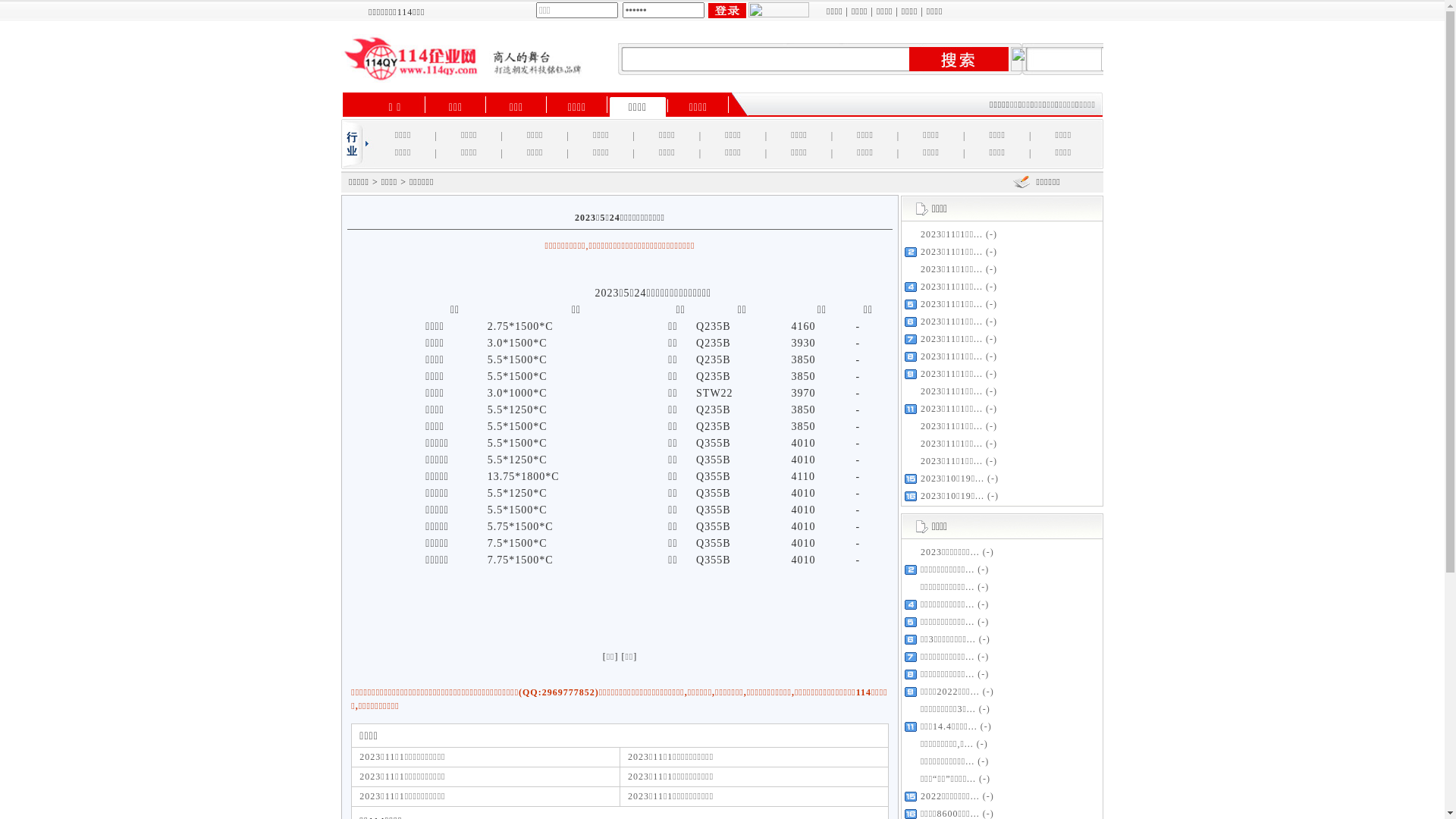 The height and width of the screenshot is (819, 1456). What do you see at coordinates (726, 11) in the screenshot?
I see `' '` at bounding box center [726, 11].